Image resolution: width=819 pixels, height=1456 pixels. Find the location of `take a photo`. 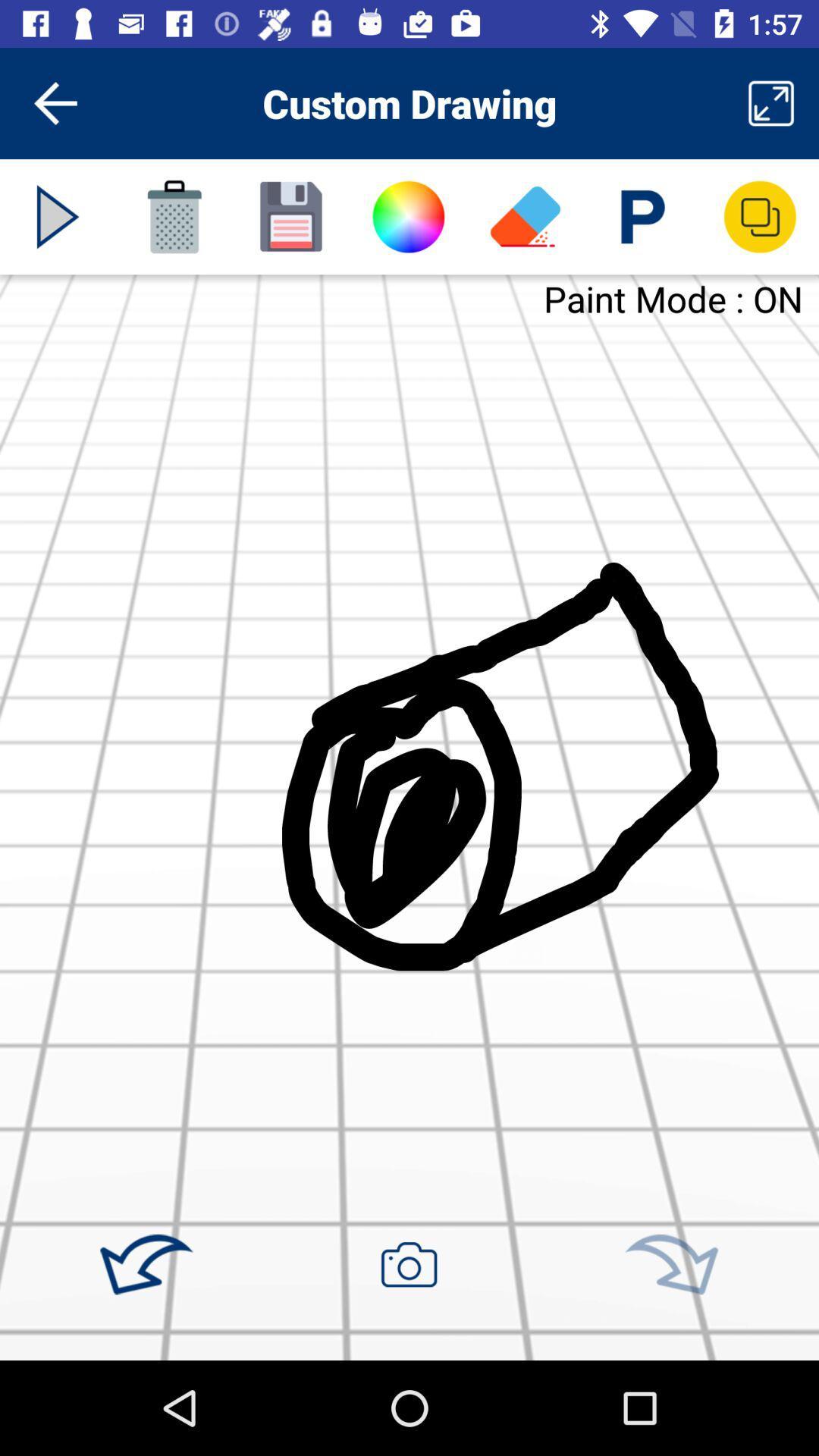

take a photo is located at coordinates (408, 1264).